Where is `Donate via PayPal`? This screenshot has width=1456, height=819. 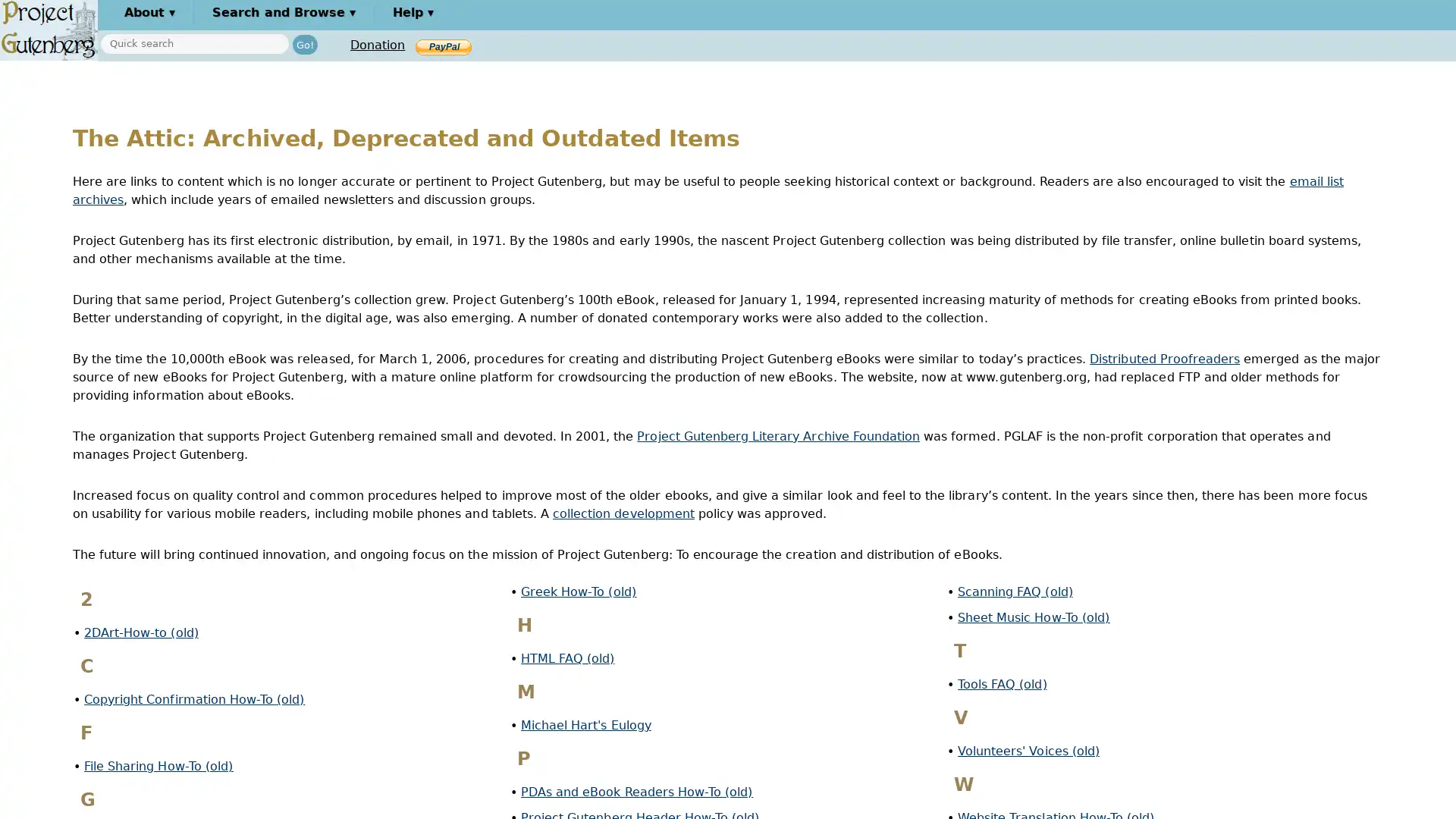
Donate via PayPal is located at coordinates (443, 45).